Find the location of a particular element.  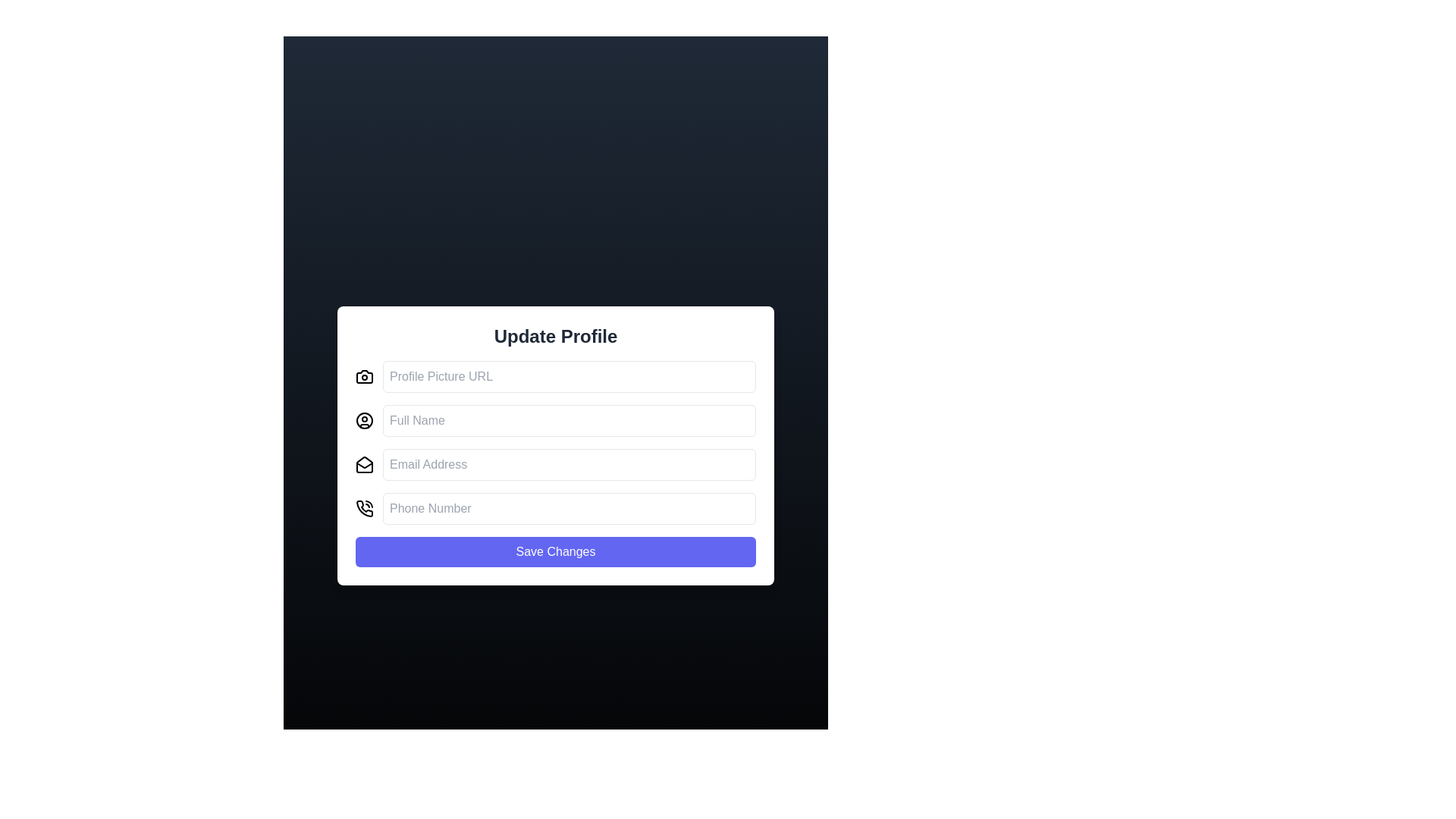

the outermost circular SVG element representing a user profile picture, which is positioned adjacent to the 'Full Name' input field is located at coordinates (364, 421).